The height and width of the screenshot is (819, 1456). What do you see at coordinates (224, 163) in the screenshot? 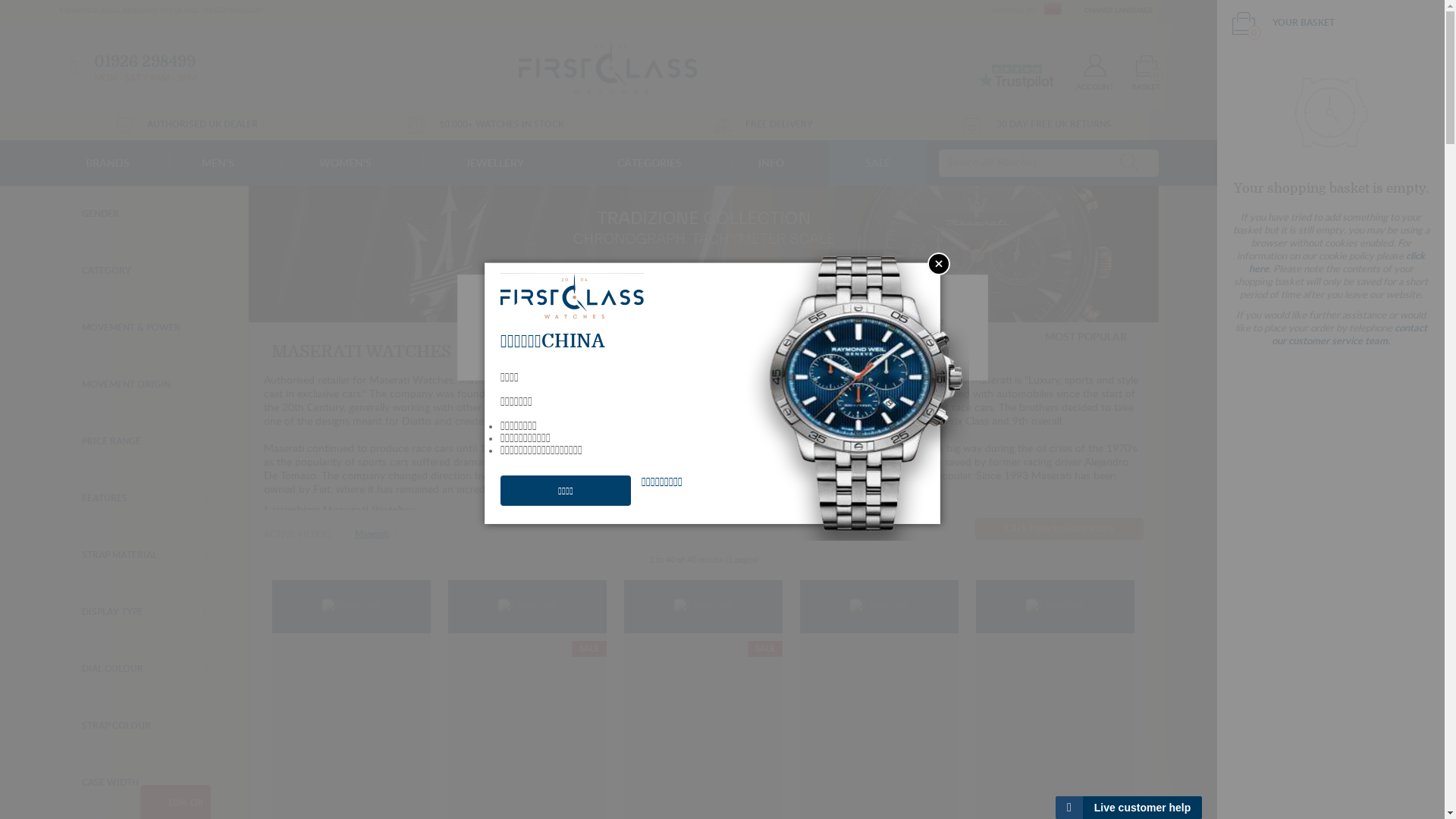
I see `'MEN'S'` at bounding box center [224, 163].